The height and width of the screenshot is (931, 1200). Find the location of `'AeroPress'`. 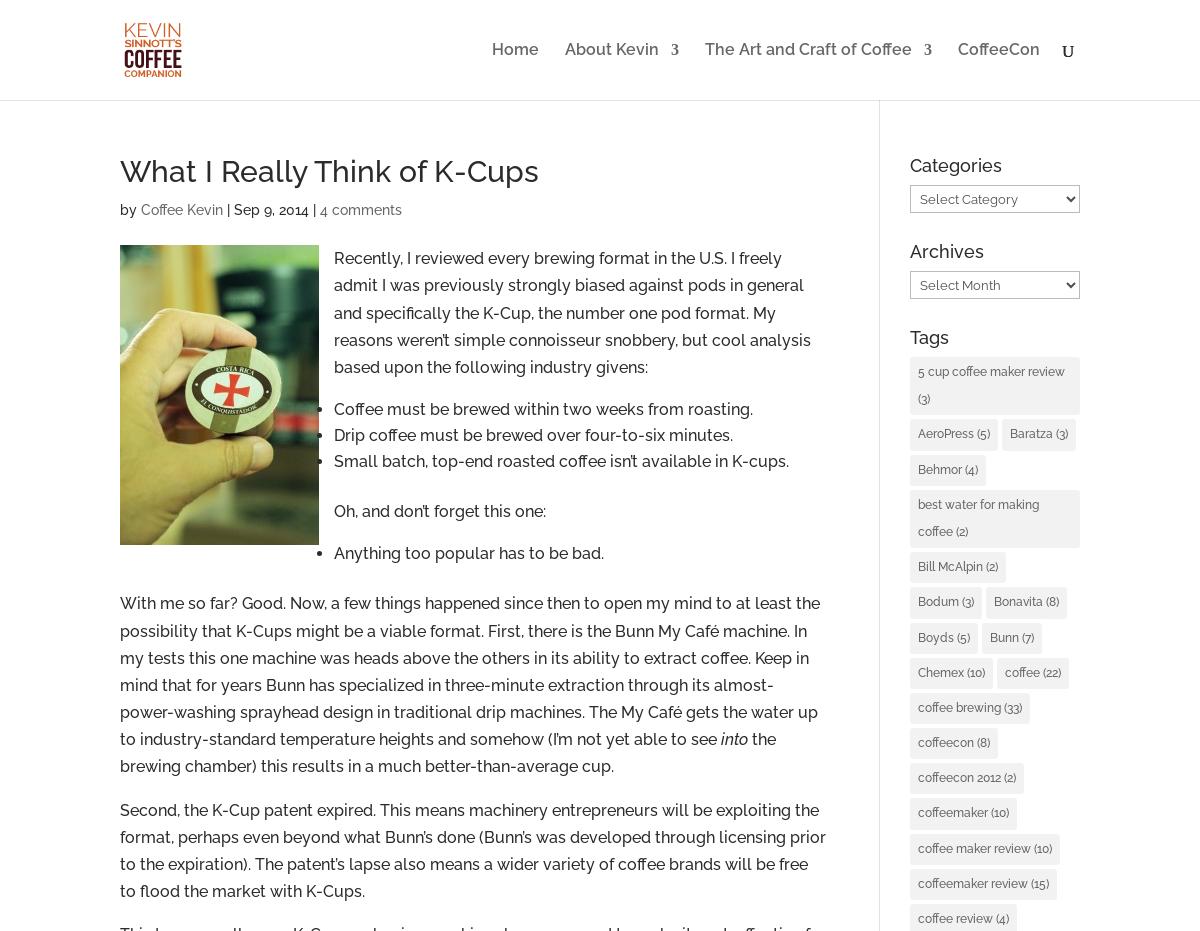

'AeroPress' is located at coordinates (945, 433).